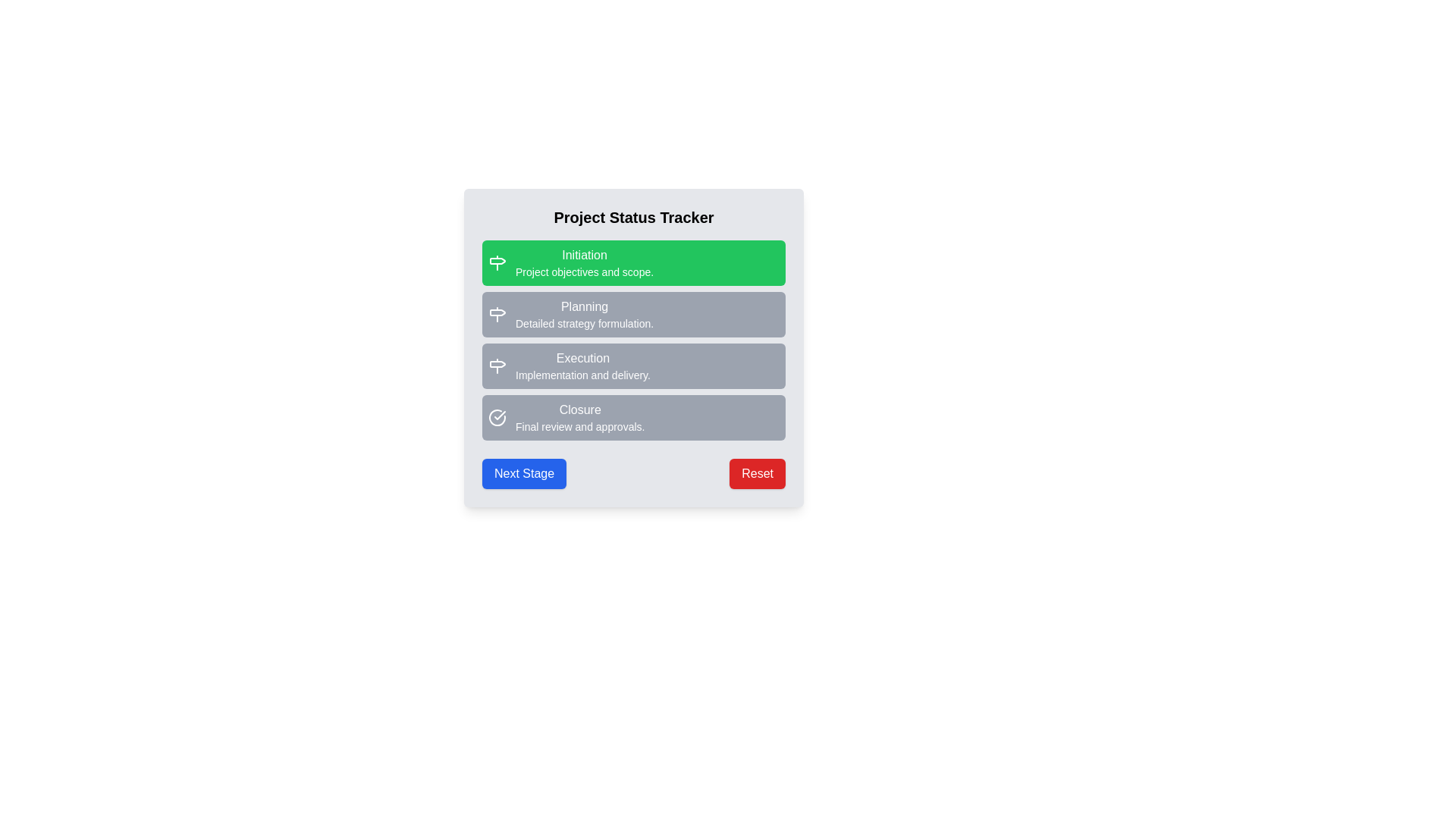 This screenshot has height=819, width=1456. What do you see at coordinates (633, 262) in the screenshot?
I see `the 'Initiation' phase informational card in the project tracker by moving the cursor to its center position` at bounding box center [633, 262].